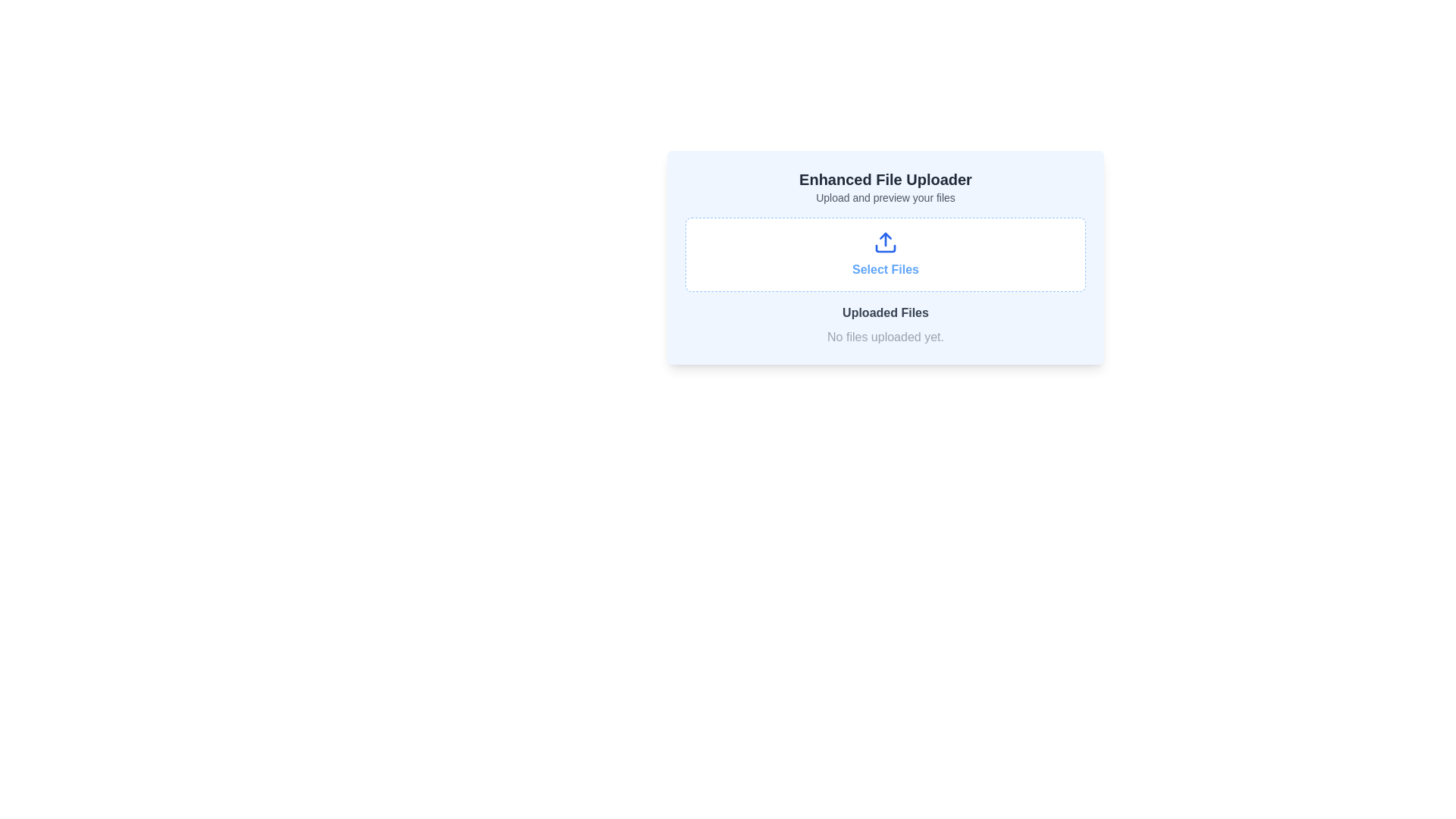 The width and height of the screenshot is (1456, 819). I want to click on the static text label that reads 'Select Files', which is styled with a blue font color and bold typeface, located centrally beneath the upload icon, so click(885, 268).